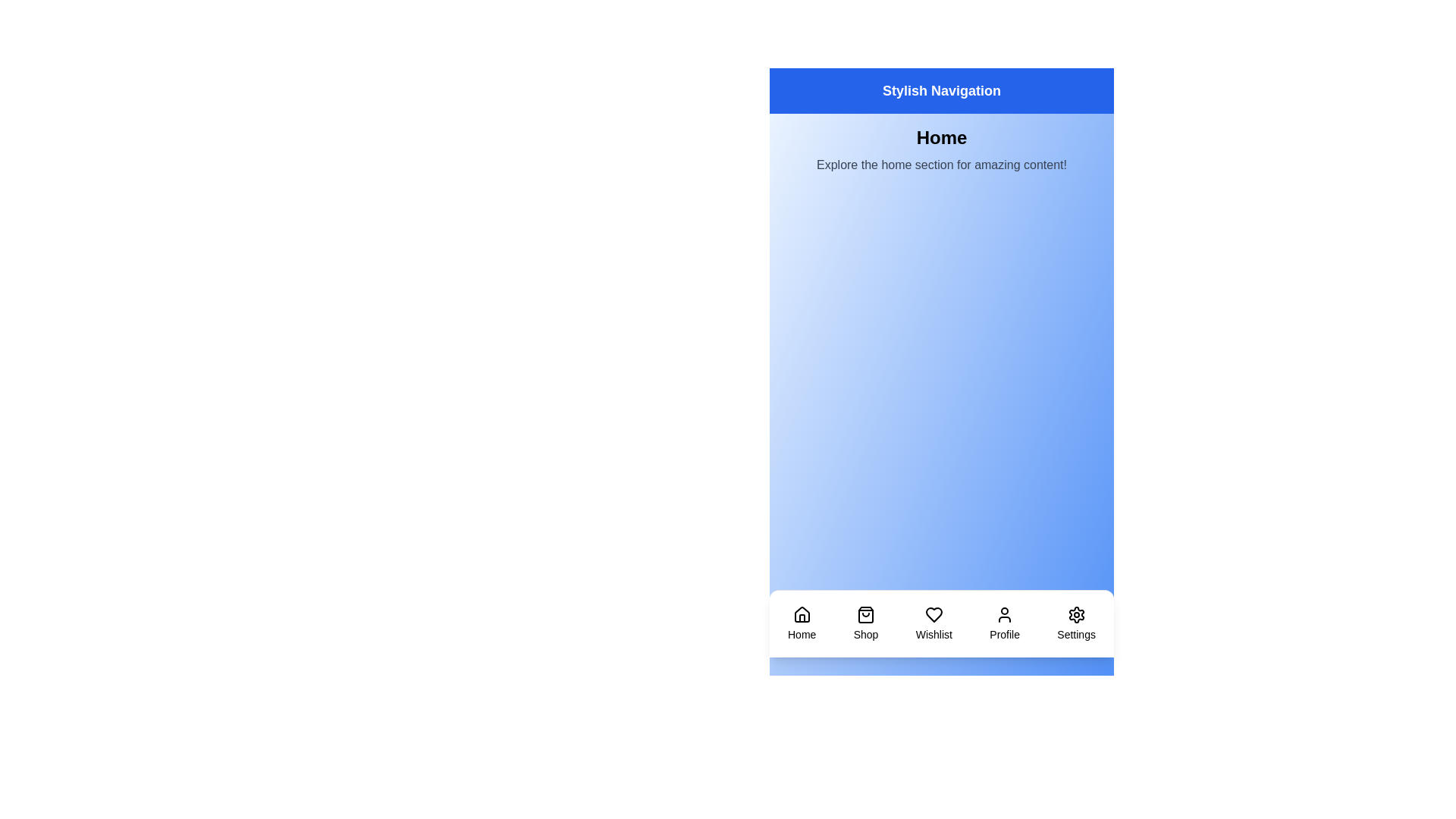  Describe the element at coordinates (1075, 623) in the screenshot. I see `the Settings tab in the bottom navigation bar` at that location.